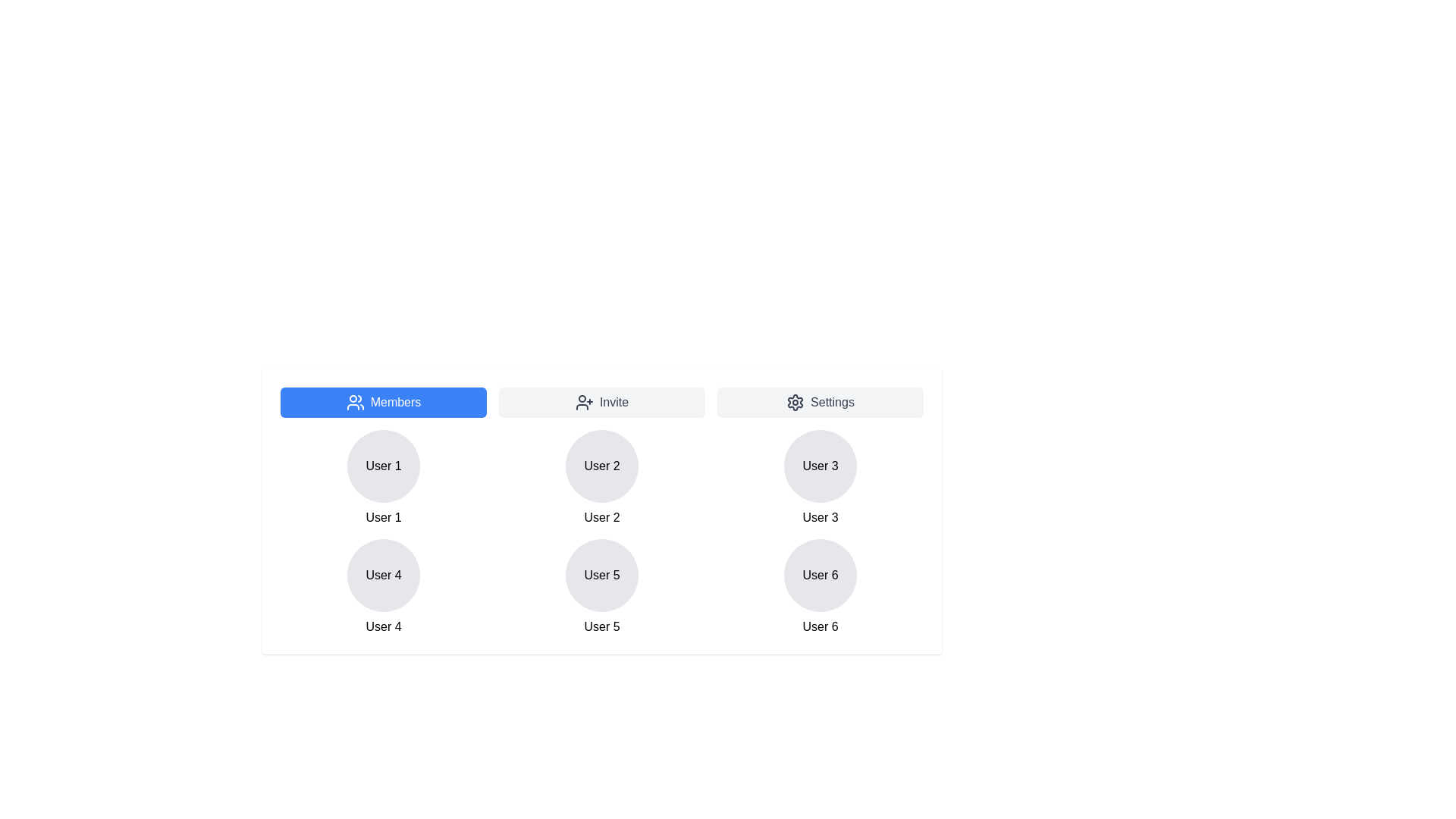 The width and height of the screenshot is (1456, 819). What do you see at coordinates (819, 479) in the screenshot?
I see `the user profile display element located in the top-right section of the grid, which shows user-specific information and is the third item in a 3x2 configuration` at bounding box center [819, 479].